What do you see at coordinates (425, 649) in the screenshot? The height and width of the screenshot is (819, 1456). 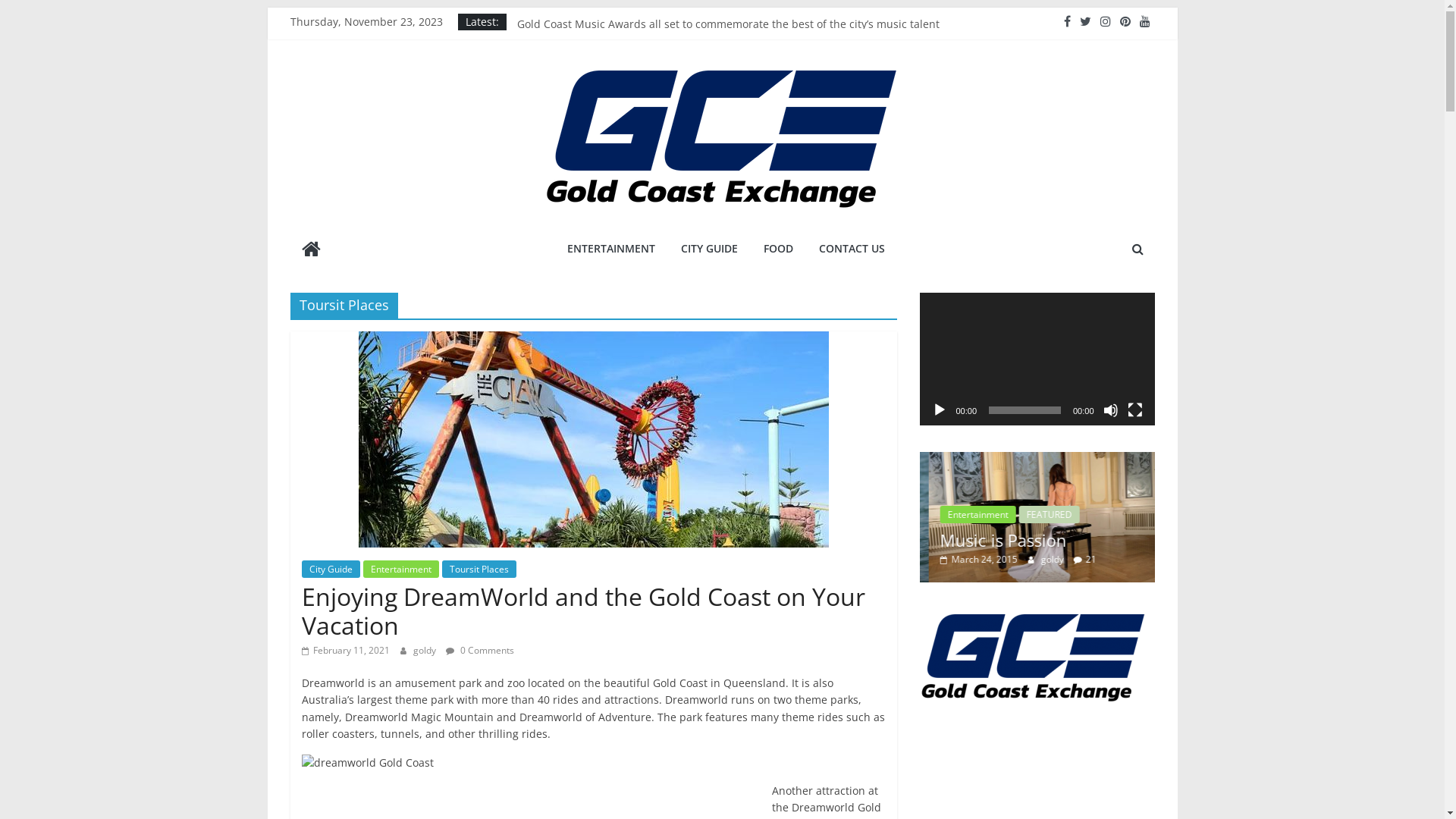 I see `'goldy'` at bounding box center [425, 649].